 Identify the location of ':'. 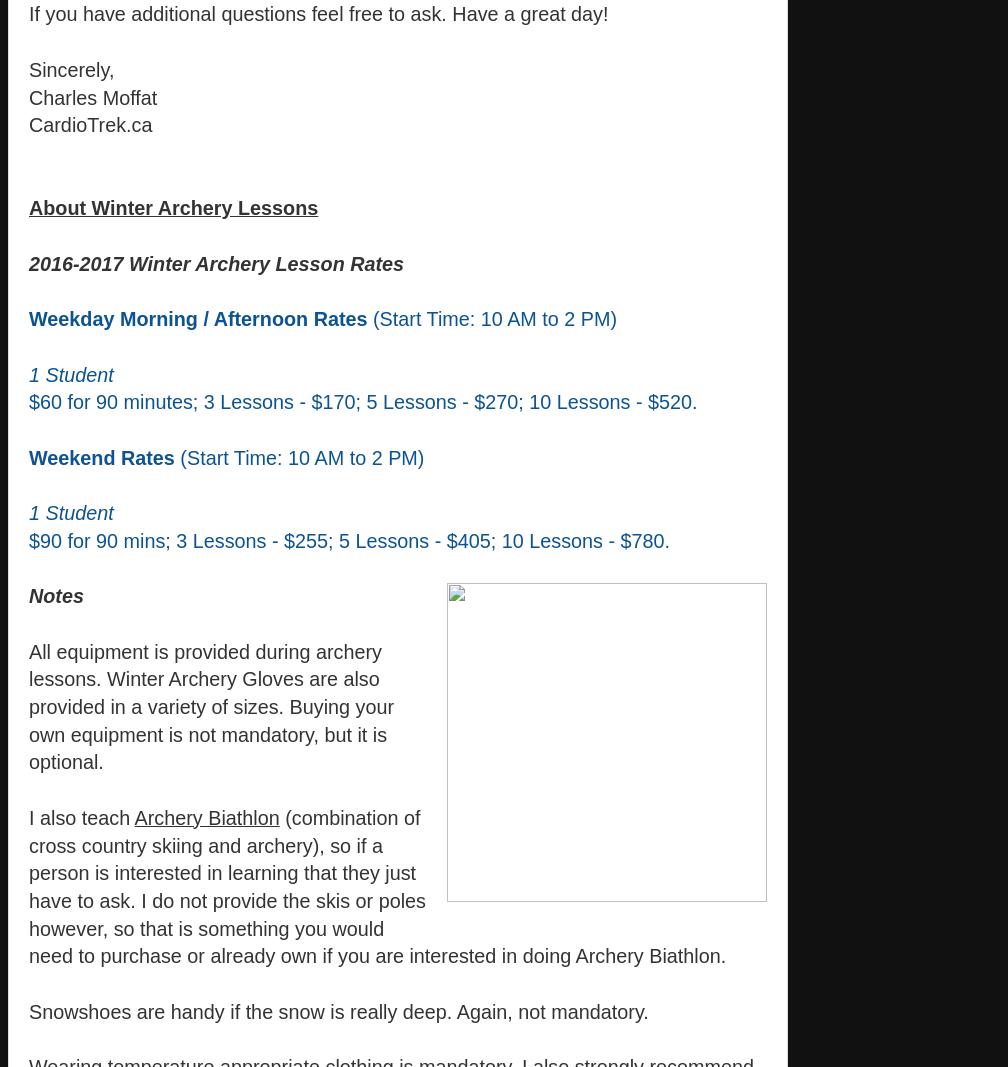
(276, 455).